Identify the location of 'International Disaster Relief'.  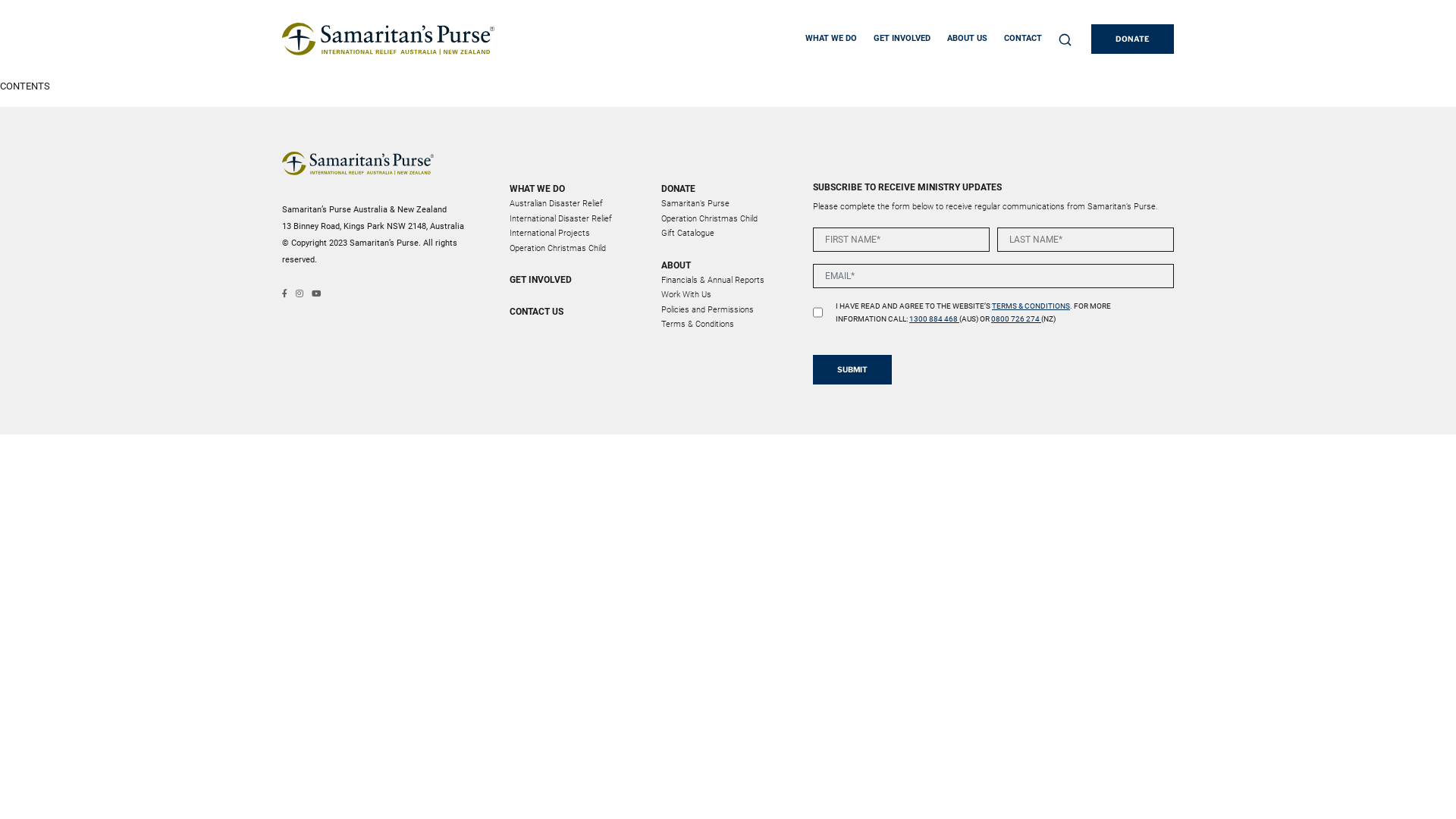
(560, 218).